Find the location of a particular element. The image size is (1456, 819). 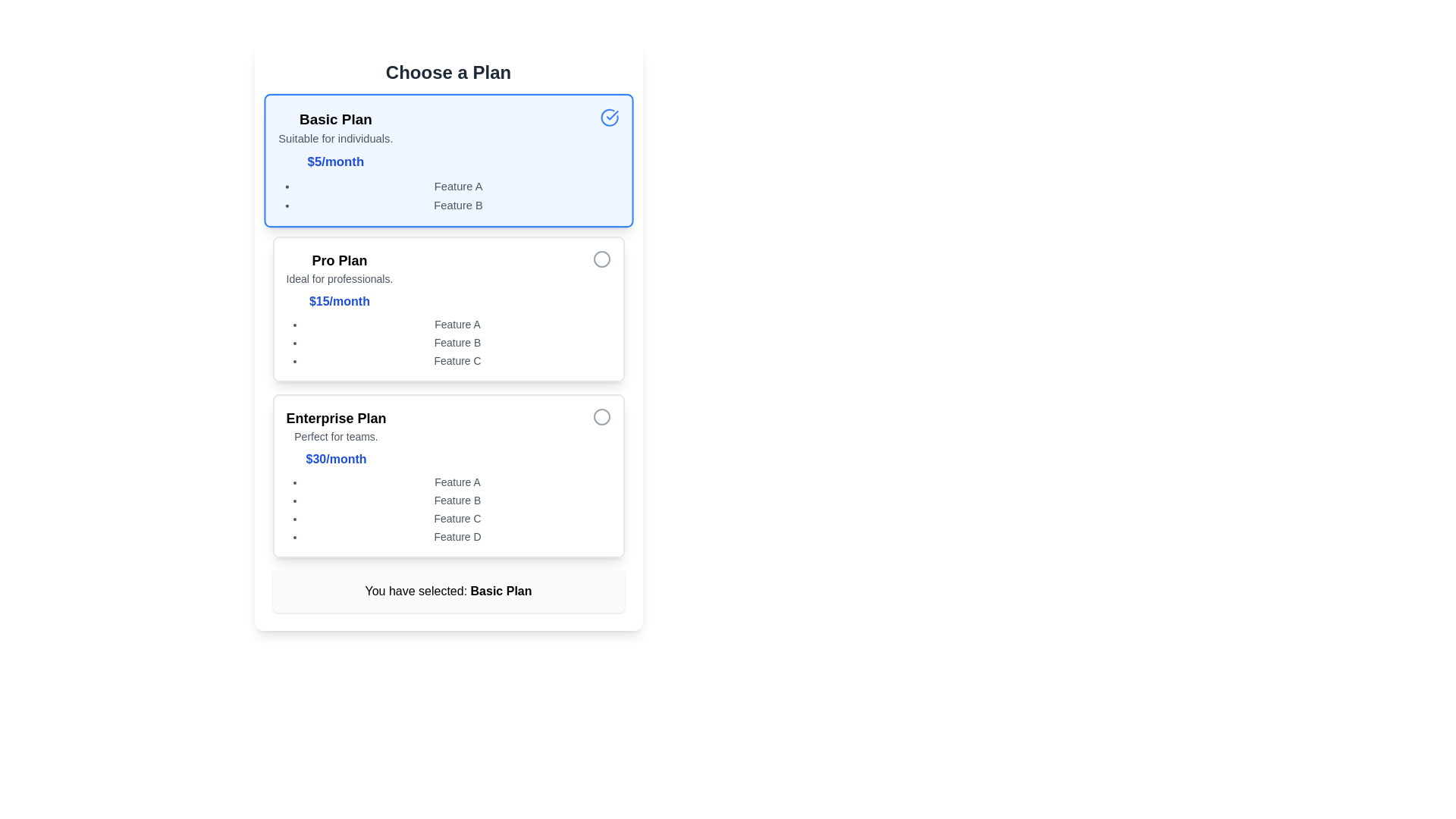

the text element displaying 'Feature A' in the bullet-point list under the 'Pro Plan' section is located at coordinates (457, 324).